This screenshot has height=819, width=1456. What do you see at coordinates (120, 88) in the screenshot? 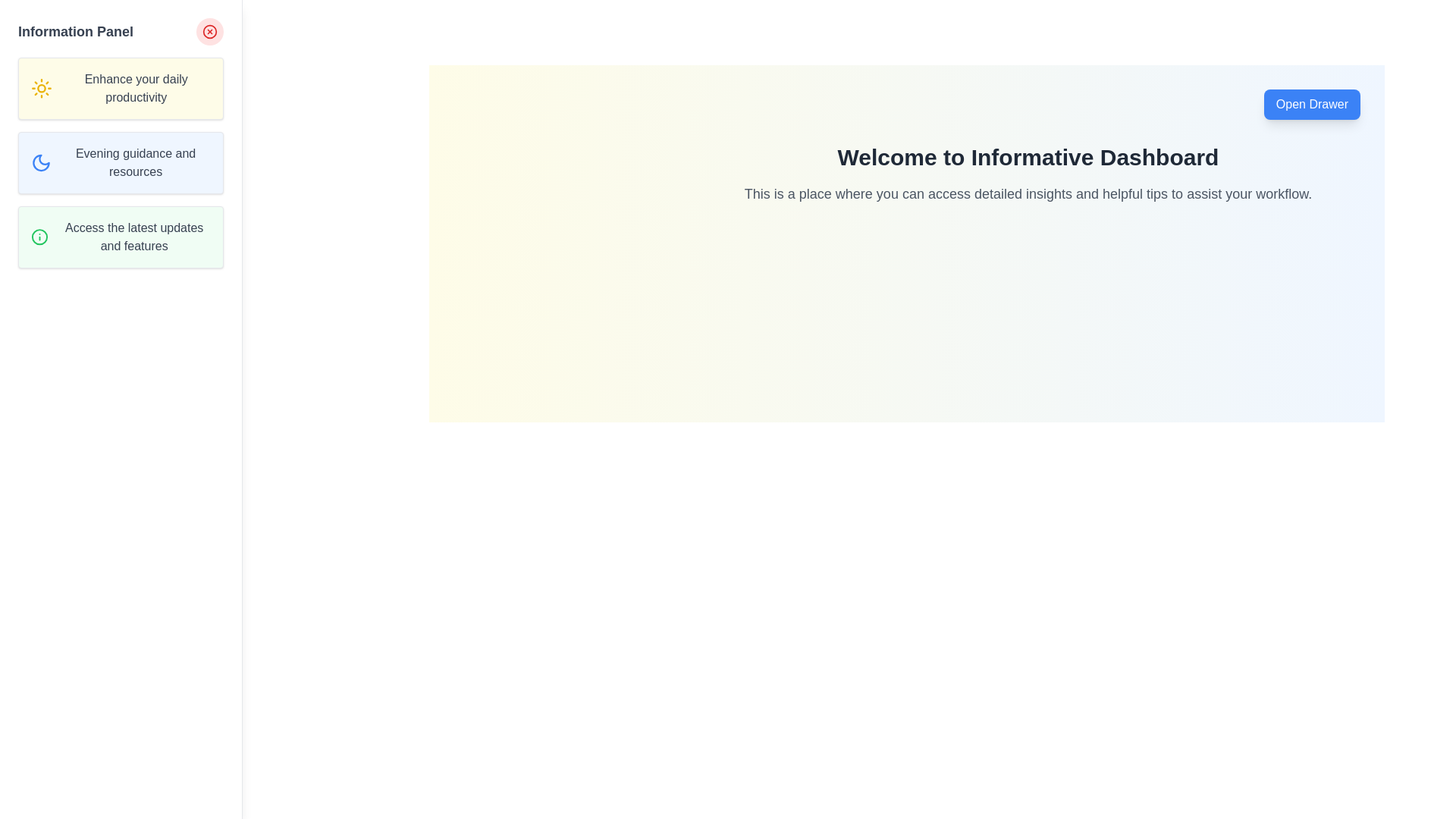
I see `text inside the first informational card in the Information Panel, which contains the dark gray text 'Enhance your daily productivity'` at bounding box center [120, 88].